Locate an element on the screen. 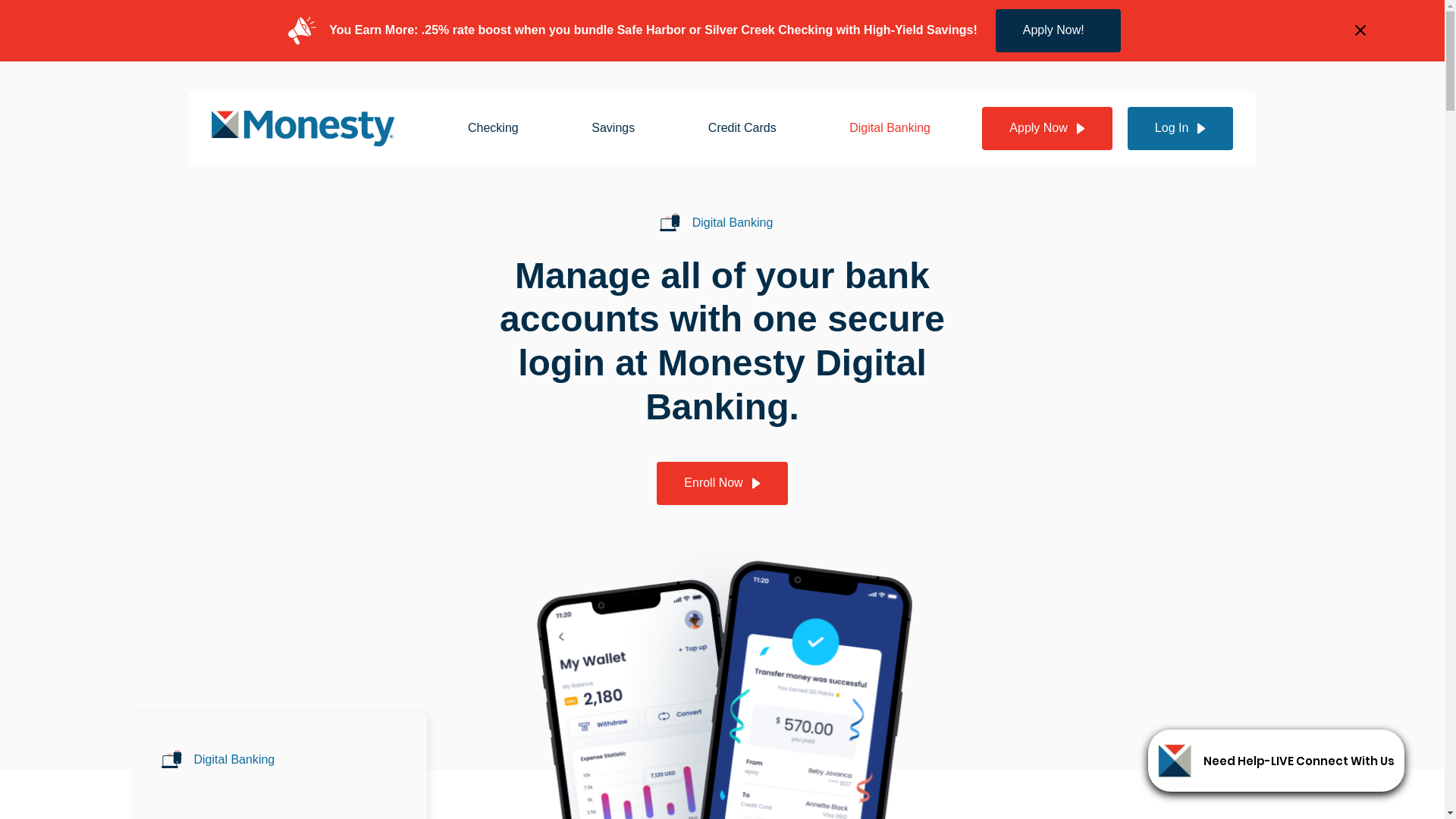 Image resolution: width=1456 pixels, height=819 pixels. 'Log In' is located at coordinates (1179, 127).